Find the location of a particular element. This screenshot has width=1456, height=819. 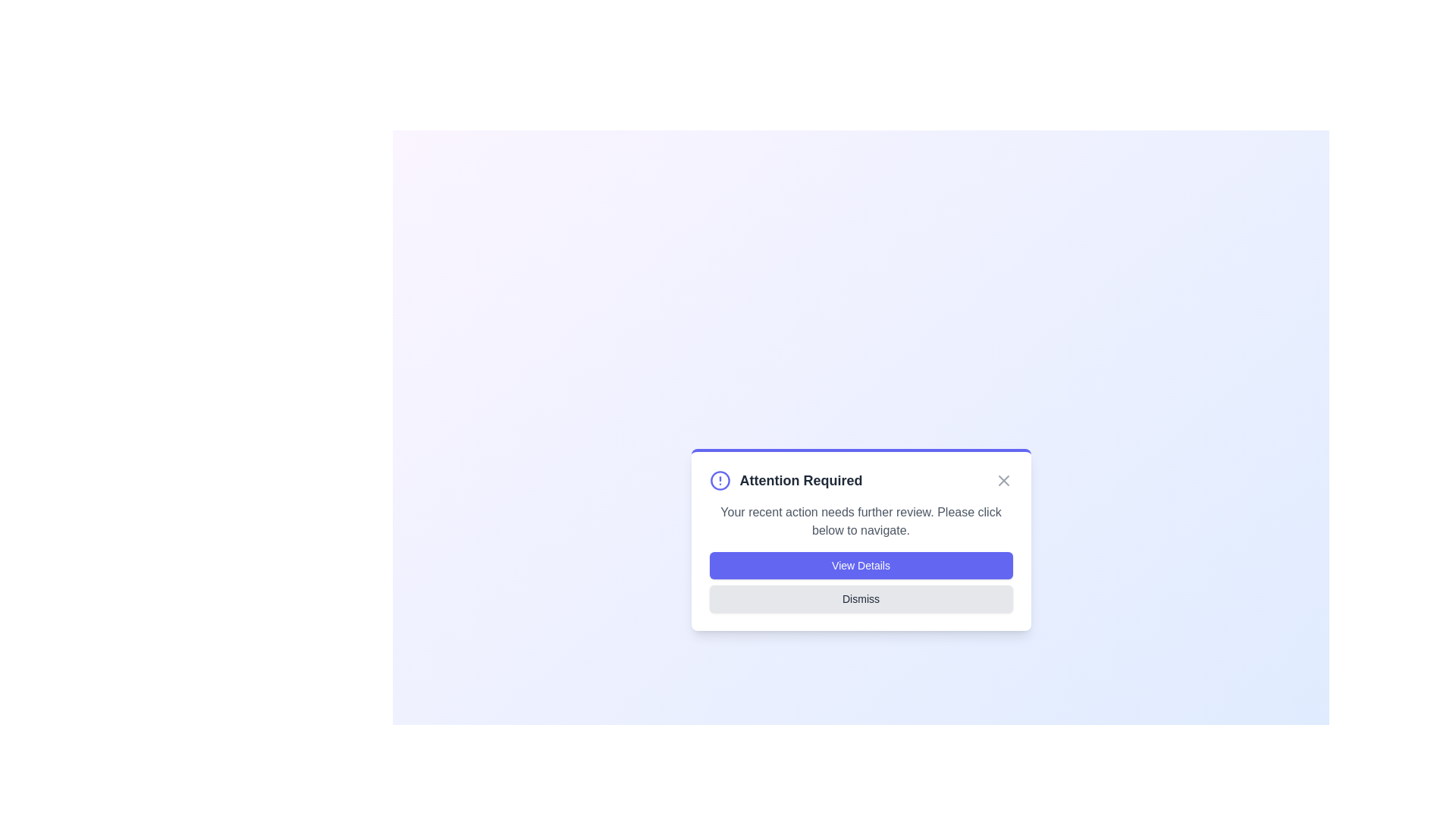

the 'View Details' button to navigate to the details page is located at coordinates (861, 565).